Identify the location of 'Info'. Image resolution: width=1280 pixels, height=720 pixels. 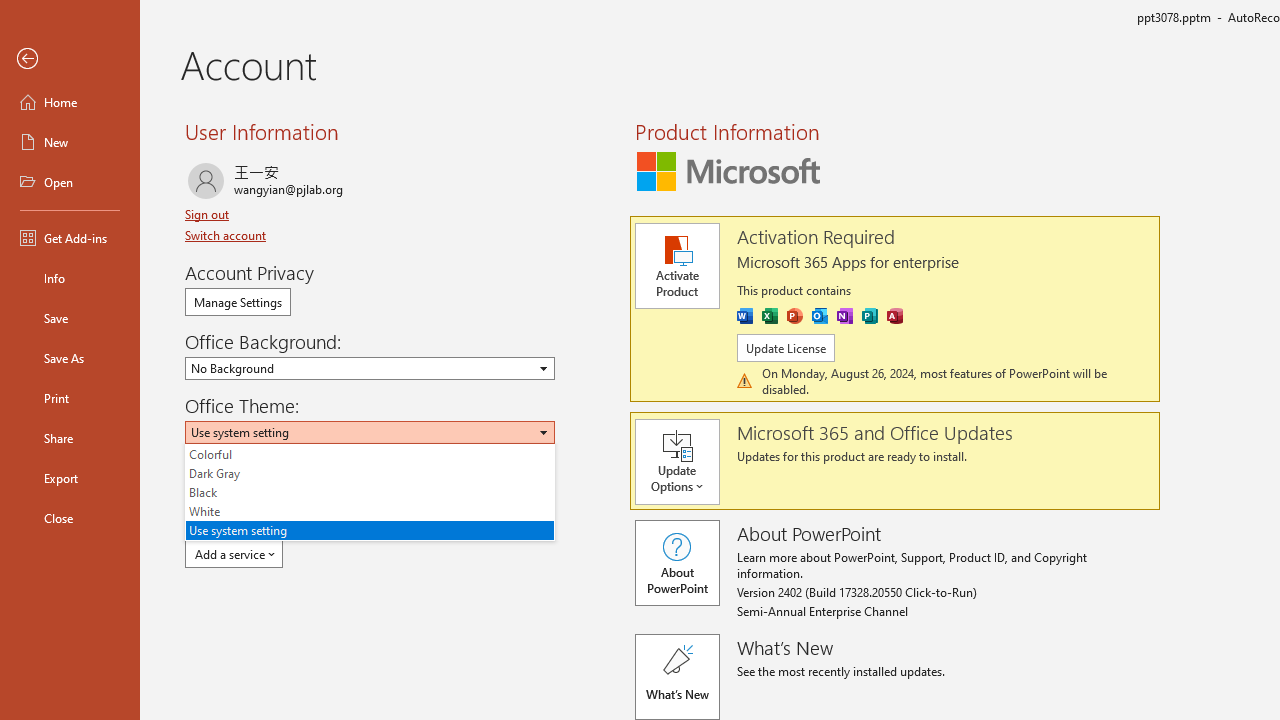
(69, 277).